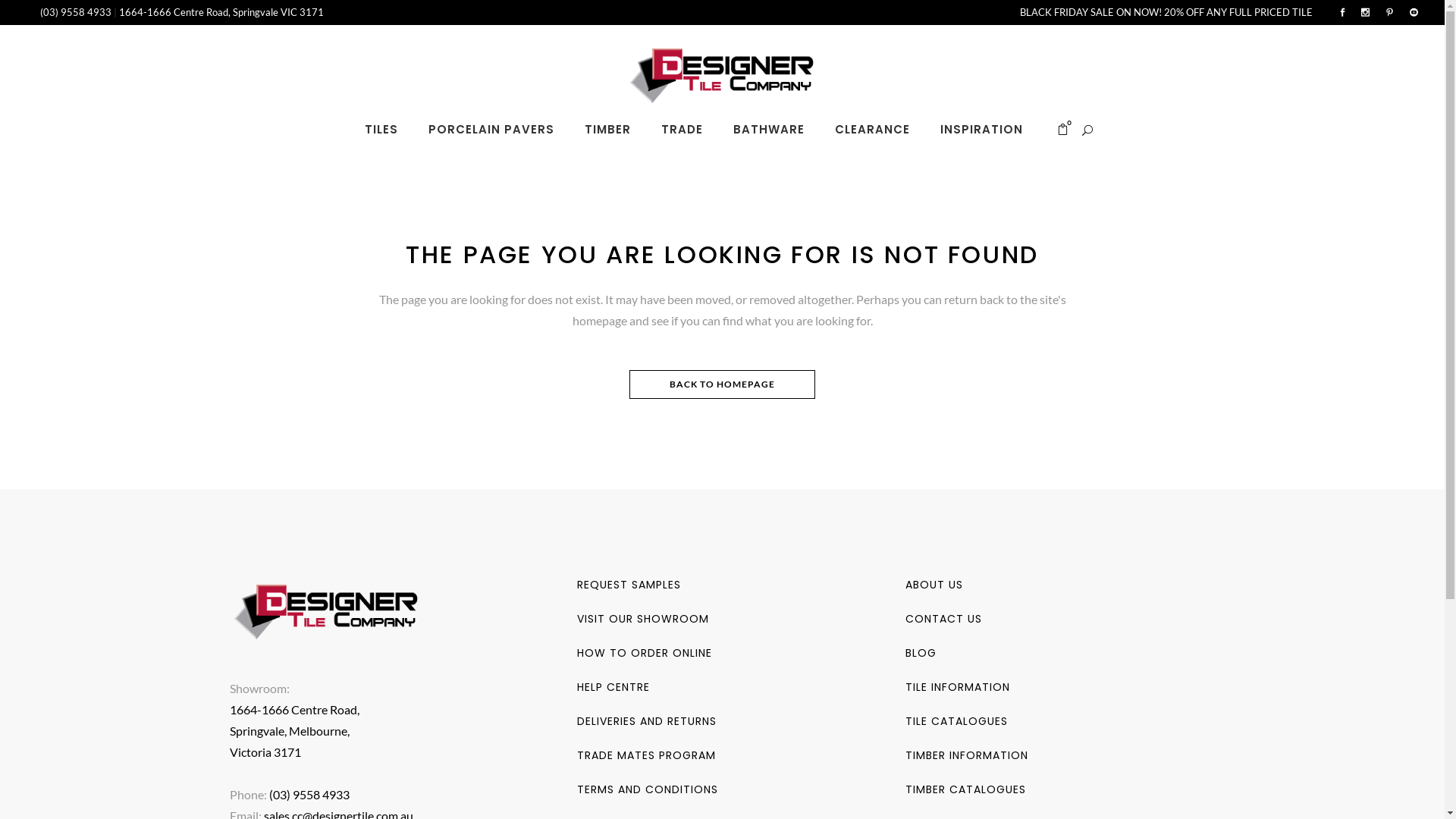 The image size is (1456, 819). What do you see at coordinates (629, 584) in the screenshot?
I see `'REQUEST SAMPLES'` at bounding box center [629, 584].